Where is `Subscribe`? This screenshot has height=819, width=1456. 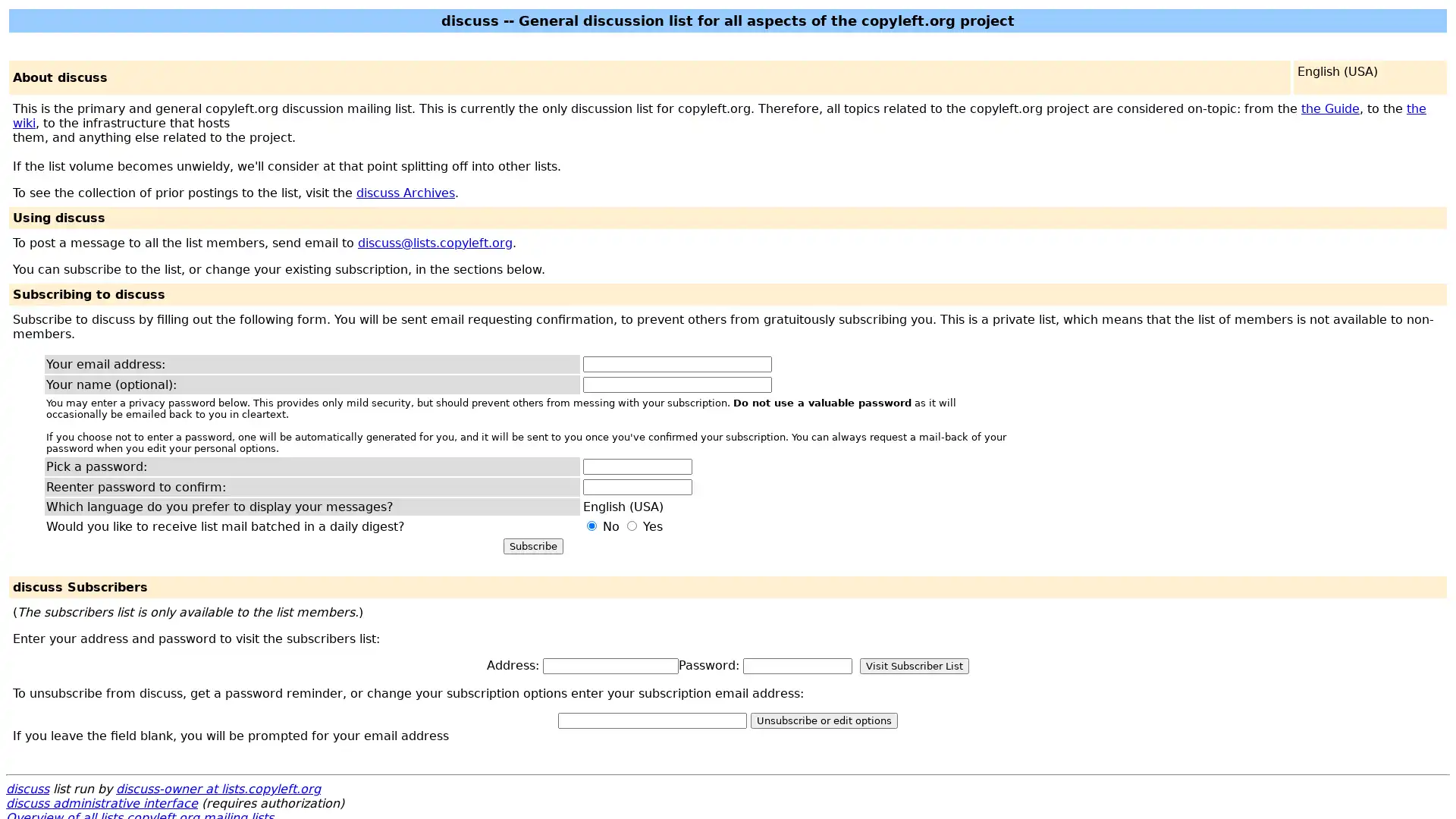 Subscribe is located at coordinates (532, 546).